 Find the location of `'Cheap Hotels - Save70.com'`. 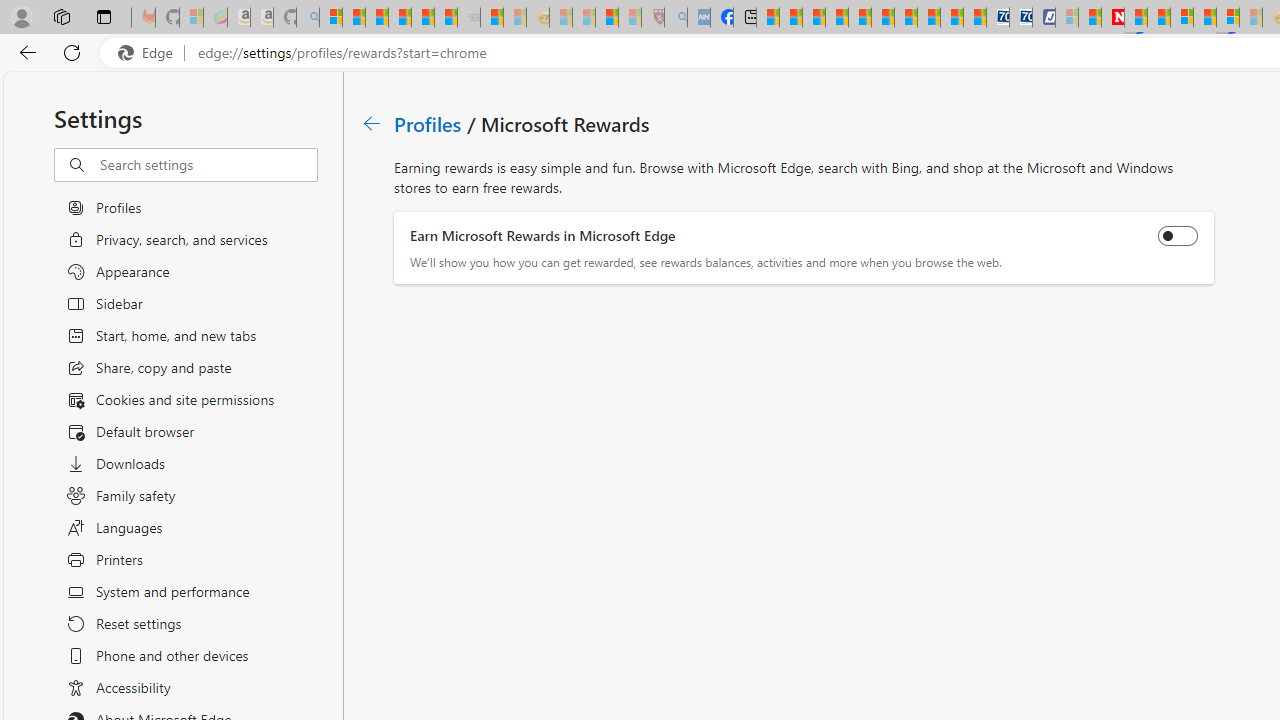

'Cheap Hotels - Save70.com' is located at coordinates (1020, 17).